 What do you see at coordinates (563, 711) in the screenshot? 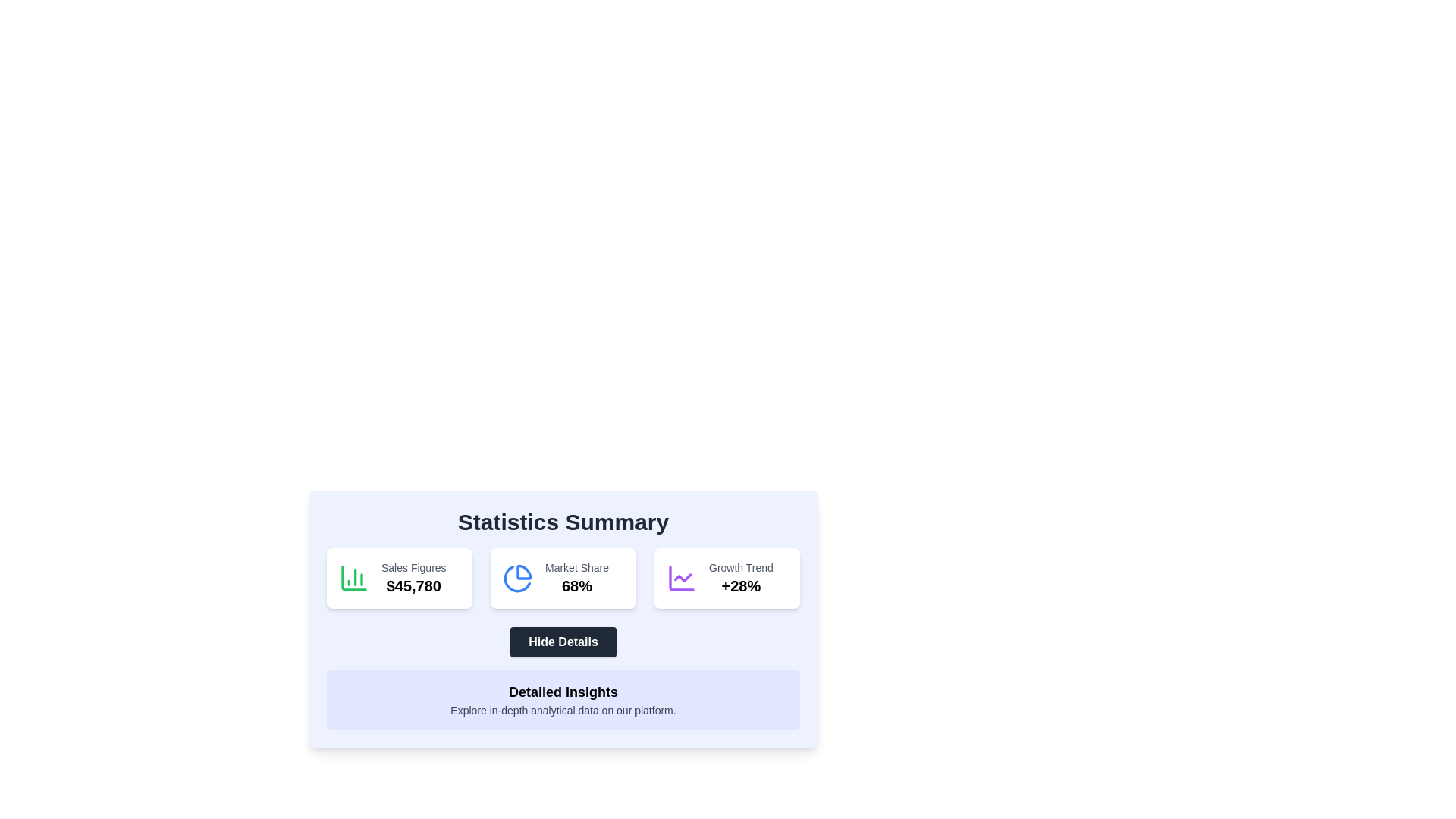
I see `information displayed on the text label that says 'Explore in-depth analytical data on our platform.', which is styled with a small font size and light gray color, located below the 'Detailed Insights' title` at bounding box center [563, 711].